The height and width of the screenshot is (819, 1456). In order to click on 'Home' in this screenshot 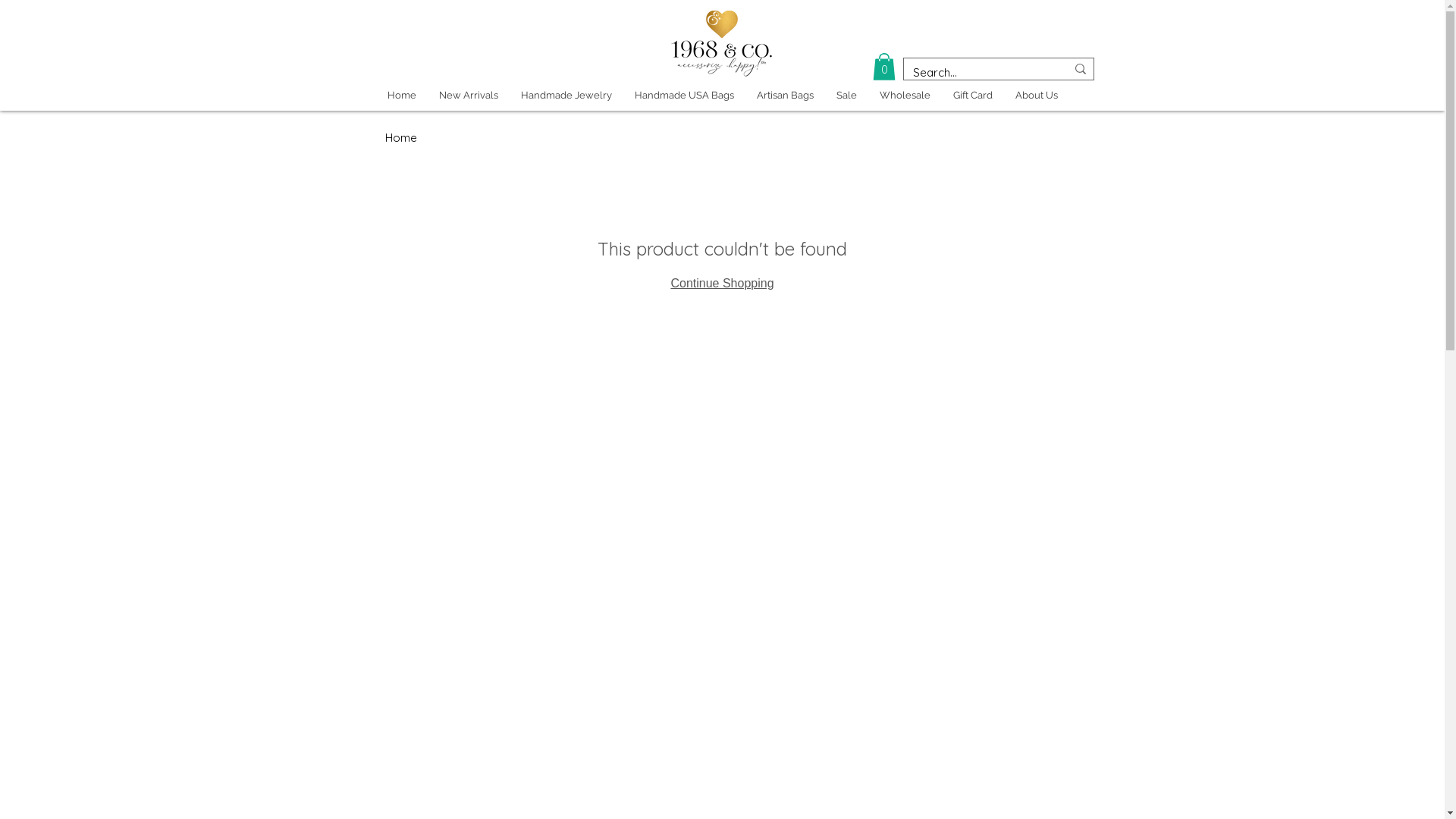, I will do `click(400, 137)`.